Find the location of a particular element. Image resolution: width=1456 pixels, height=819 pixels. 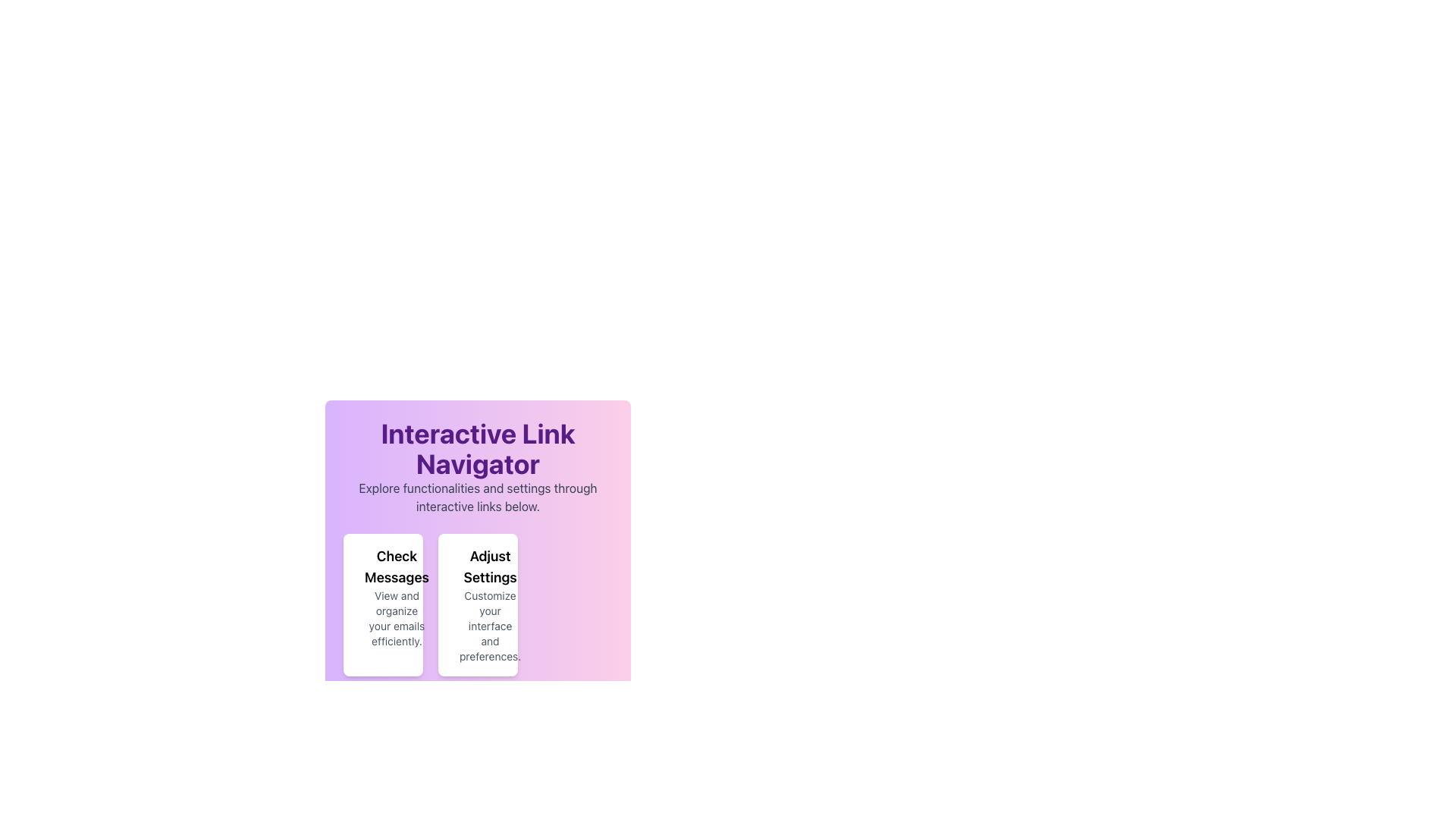

descriptive text block that says 'View and organize your emails efficiently.' located below 'Check Messages' within the same card interface is located at coordinates (397, 619).